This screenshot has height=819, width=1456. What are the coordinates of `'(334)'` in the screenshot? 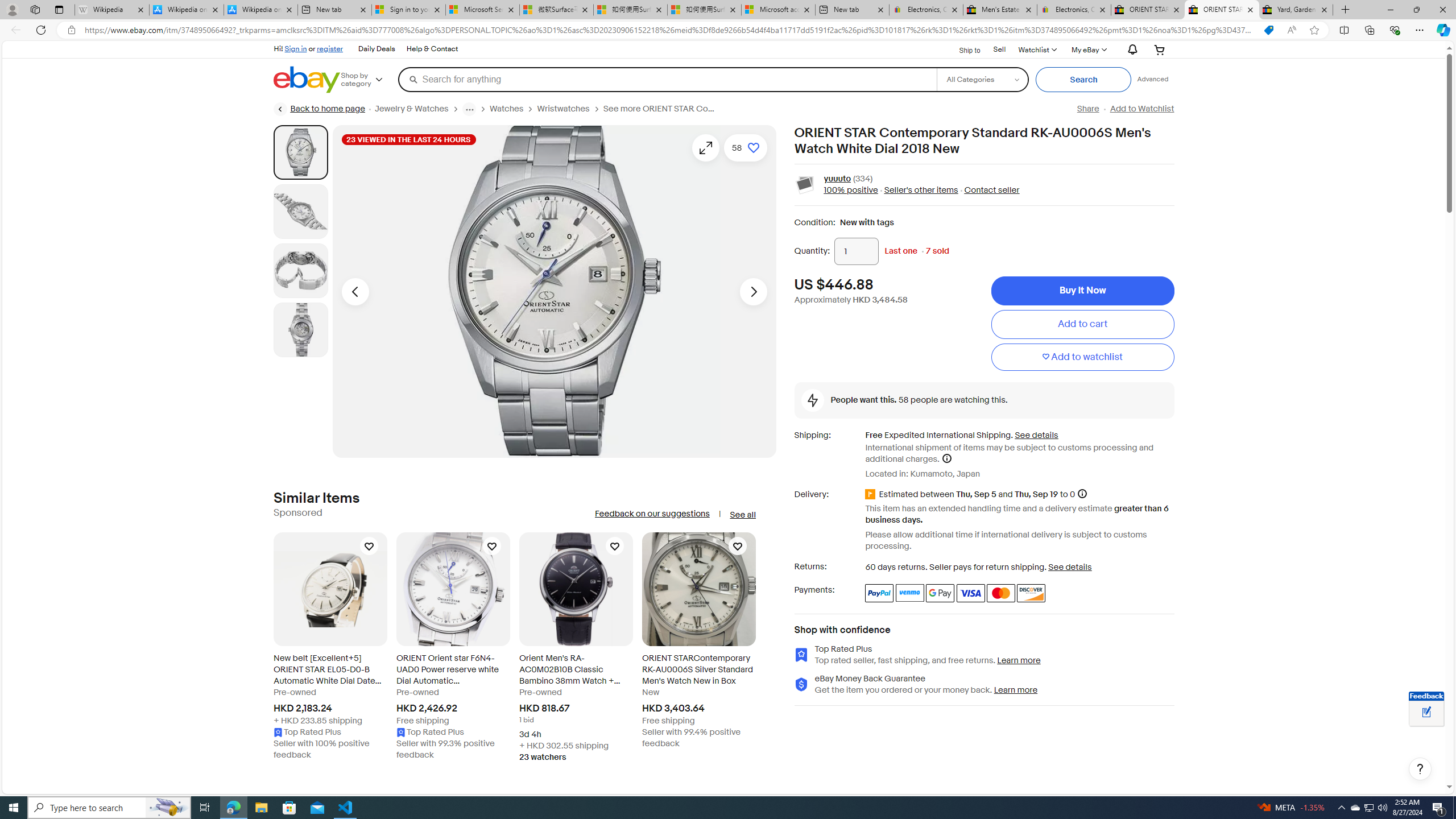 It's located at (863, 179).